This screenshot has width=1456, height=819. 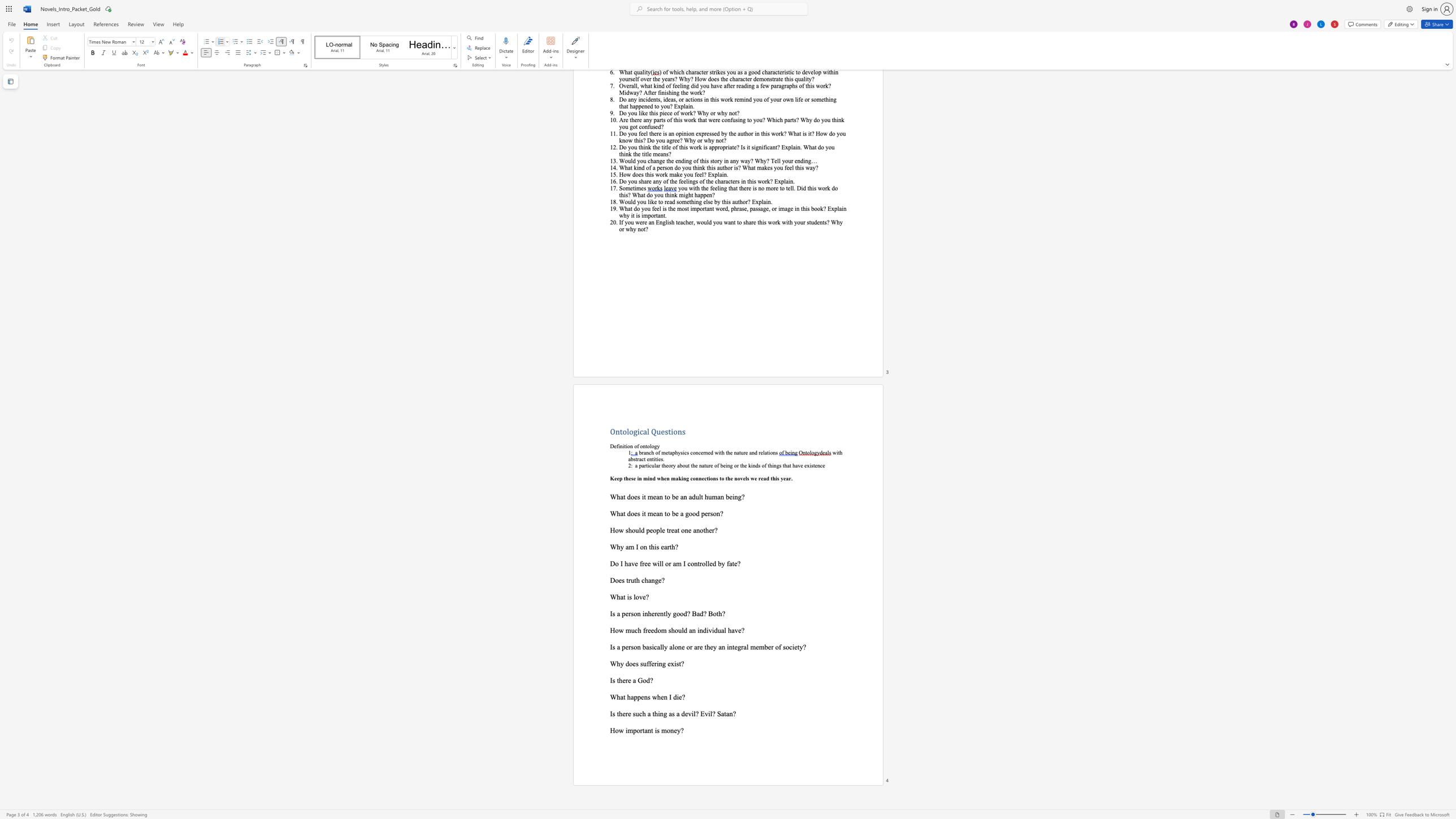 What do you see at coordinates (632, 459) in the screenshot?
I see `the 1th character "b" in the text` at bounding box center [632, 459].